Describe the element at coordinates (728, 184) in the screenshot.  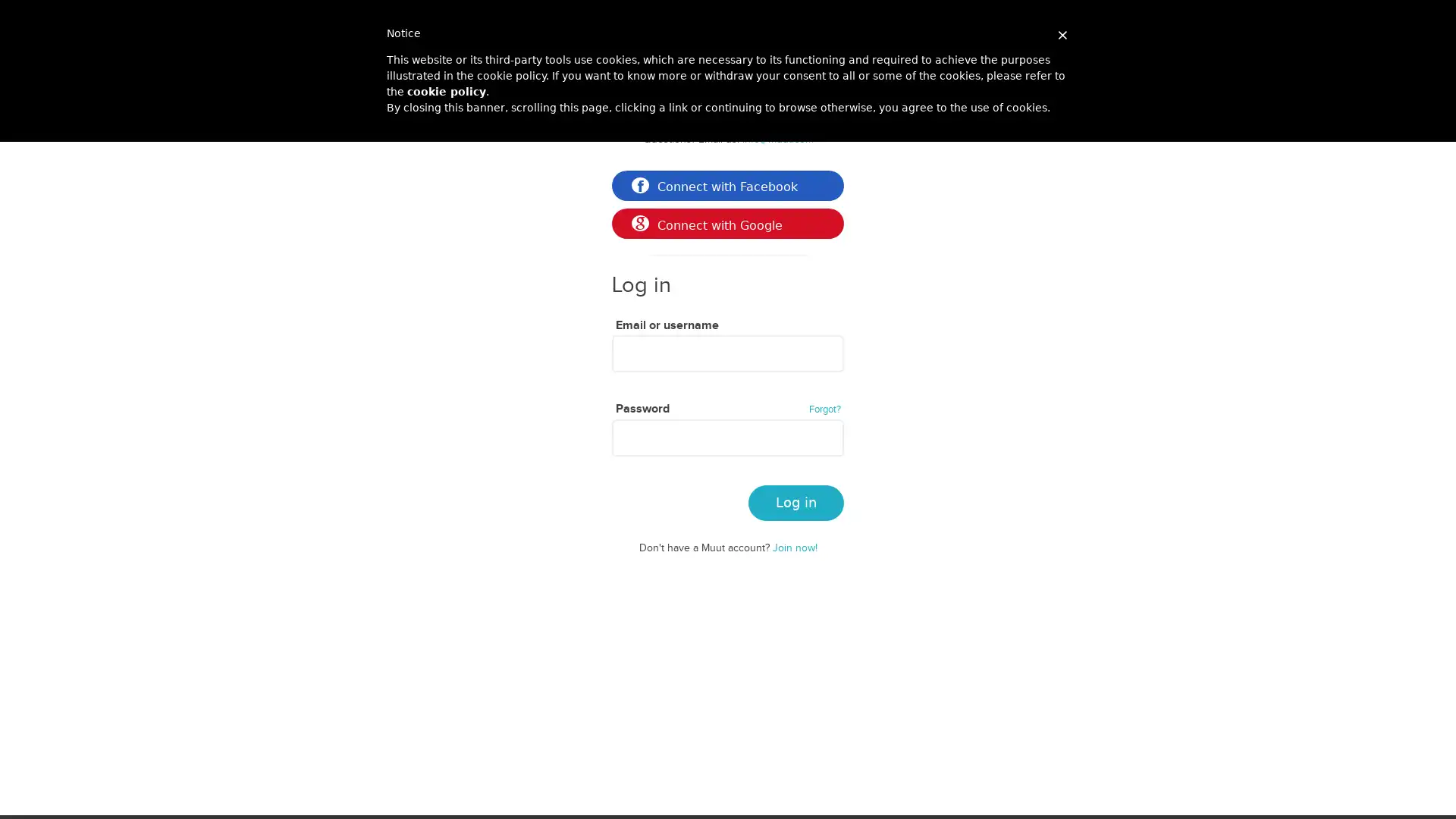
I see `F Connect with Facebook` at that location.